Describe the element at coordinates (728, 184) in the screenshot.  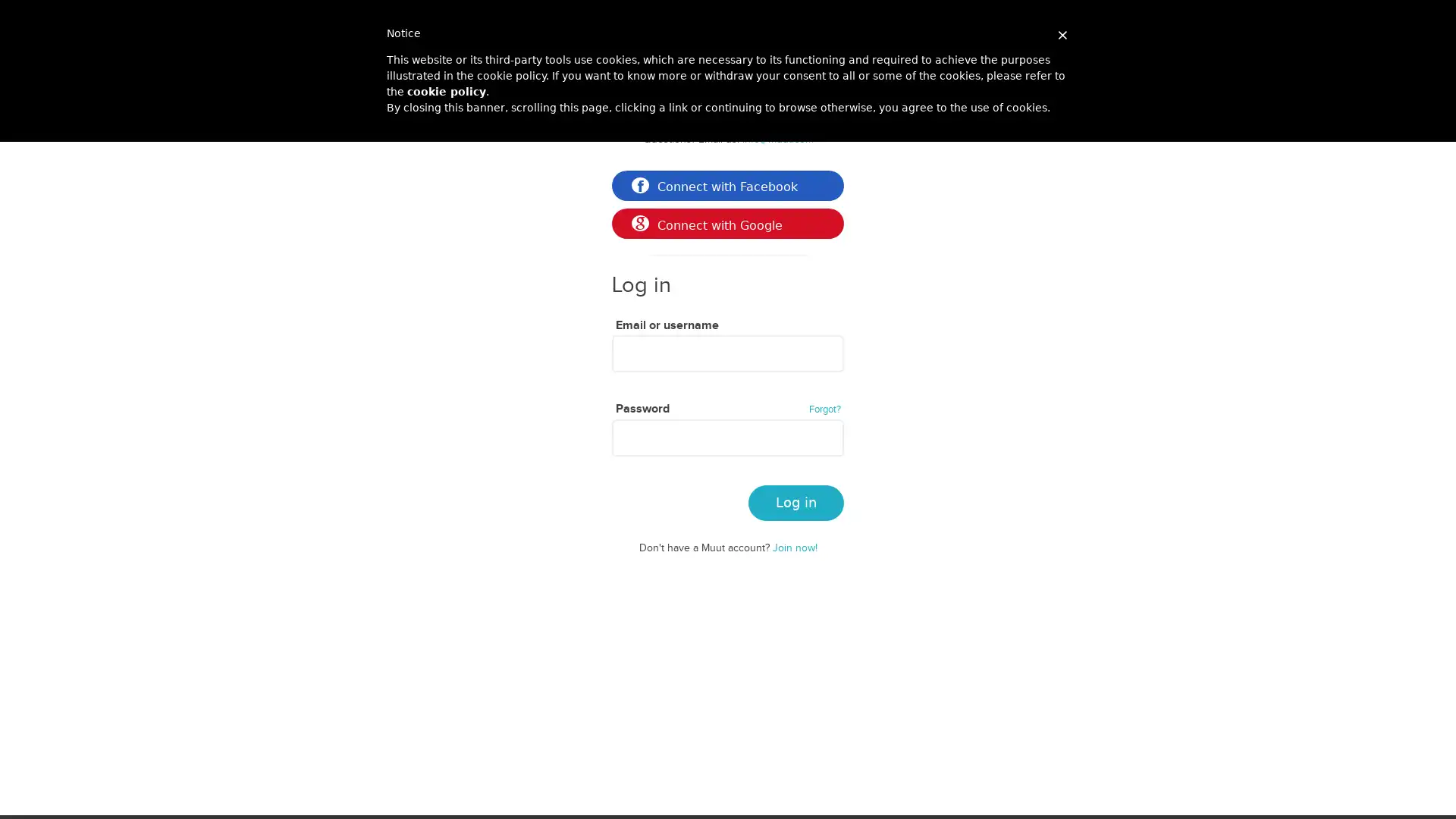
I see `F Connect with Facebook` at that location.